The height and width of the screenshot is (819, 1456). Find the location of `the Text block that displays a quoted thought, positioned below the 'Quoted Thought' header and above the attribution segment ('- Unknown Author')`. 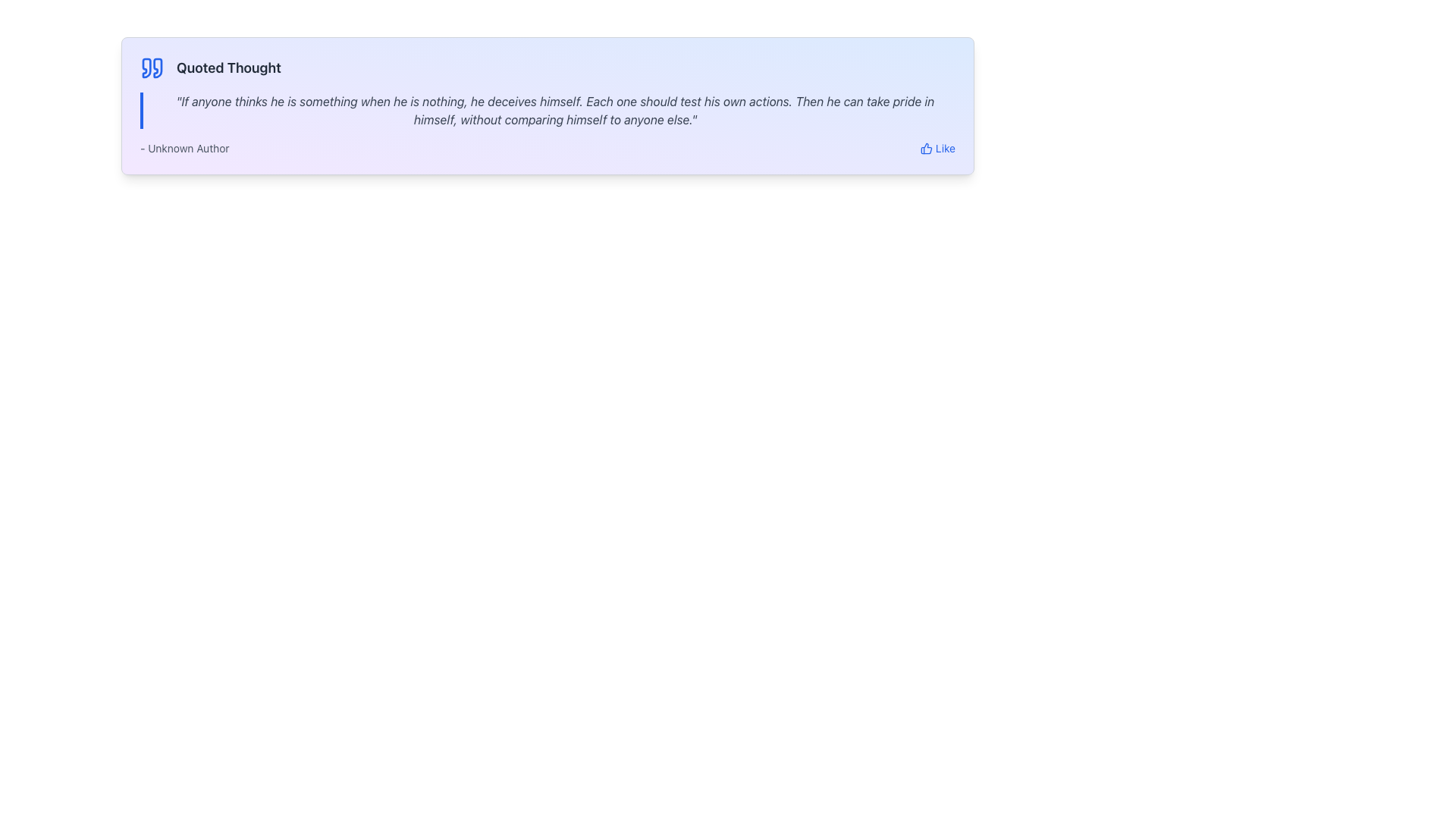

the Text block that displays a quoted thought, positioned below the 'Quoted Thought' header and above the attribution segment ('- Unknown Author') is located at coordinates (547, 110).